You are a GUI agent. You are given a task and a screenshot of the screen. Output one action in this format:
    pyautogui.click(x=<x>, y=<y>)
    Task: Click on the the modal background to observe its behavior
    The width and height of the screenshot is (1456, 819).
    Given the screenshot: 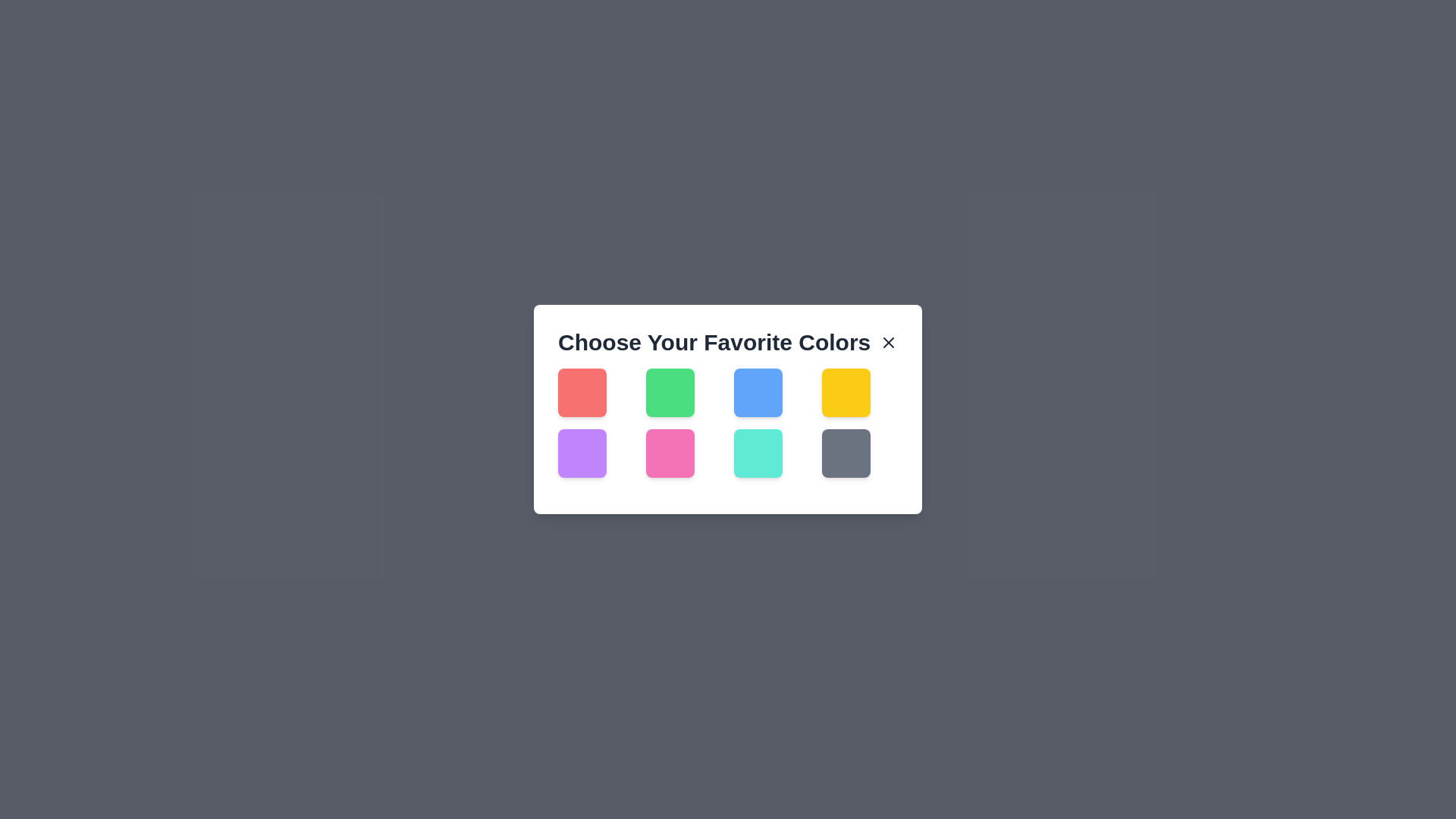 What is the action you would take?
    pyautogui.click(x=728, y=409)
    